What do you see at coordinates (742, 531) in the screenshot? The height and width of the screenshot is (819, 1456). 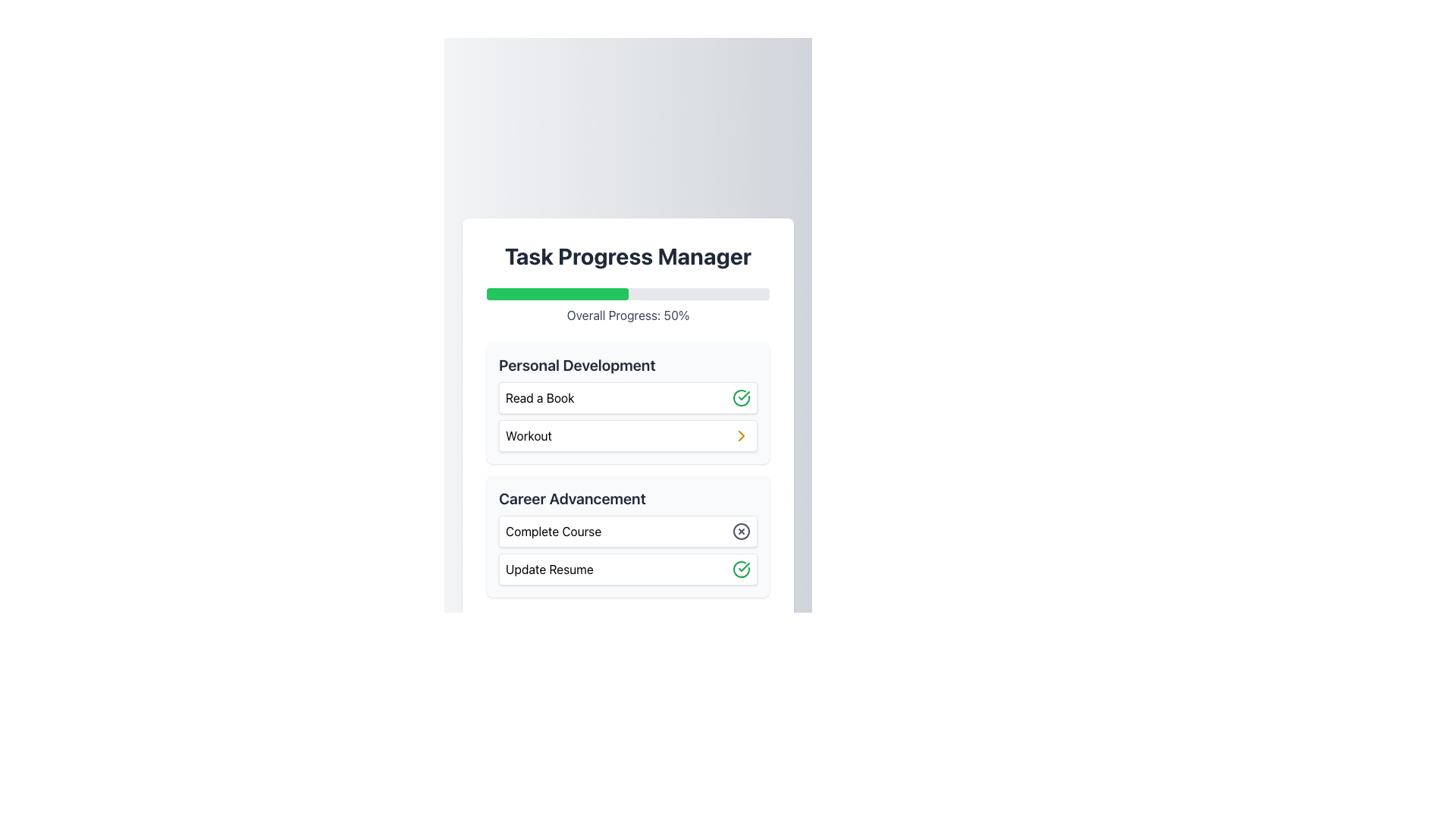 I see `the delete icon located to the right of the 'Complete Course' text in the 'Career Advancement' section` at bounding box center [742, 531].